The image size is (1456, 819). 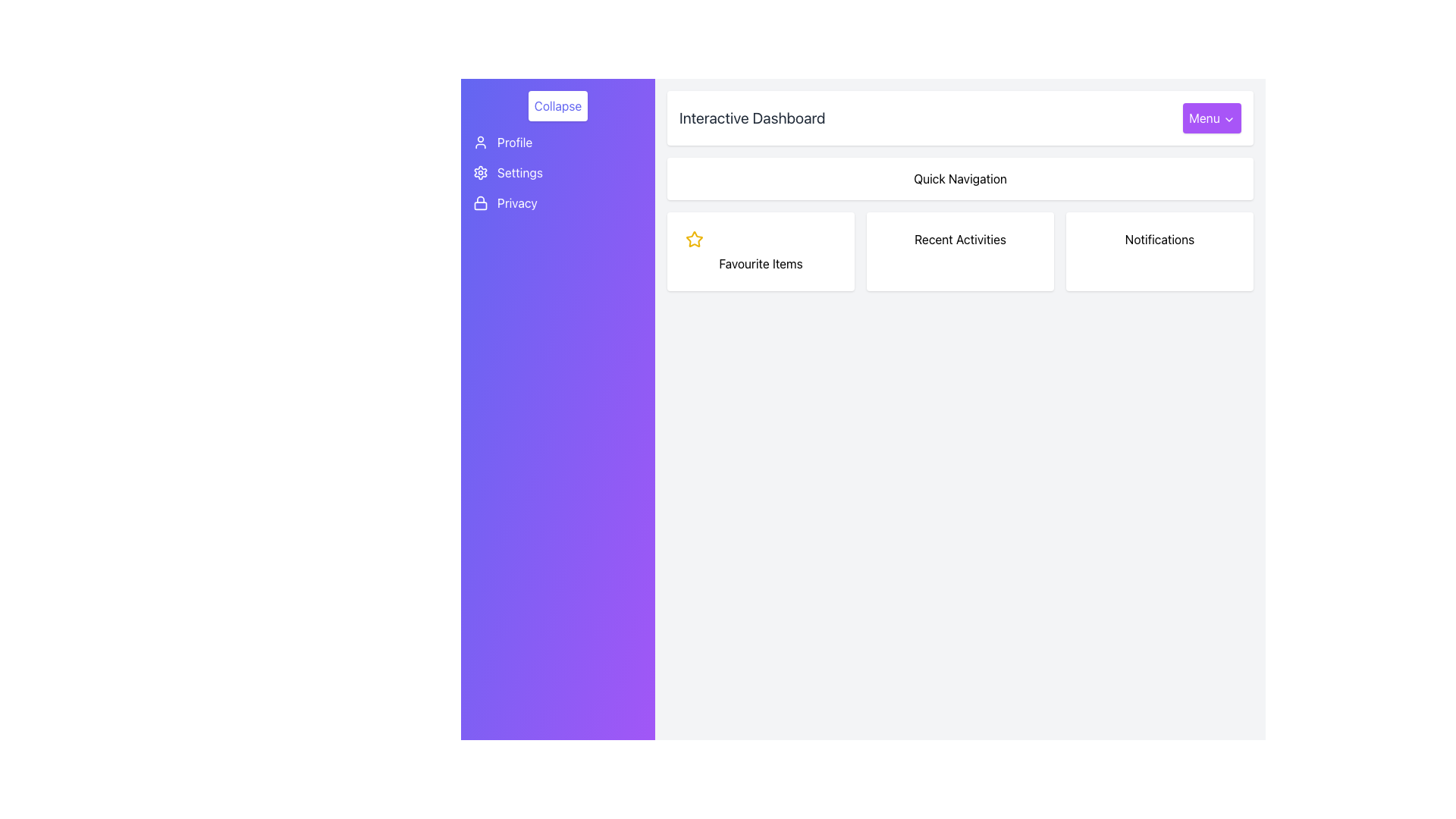 I want to click on the star-shaped icon with a yellow outline located inside the 'Favourite Items' card in the left column under 'Quick Navigation', so click(x=694, y=239).